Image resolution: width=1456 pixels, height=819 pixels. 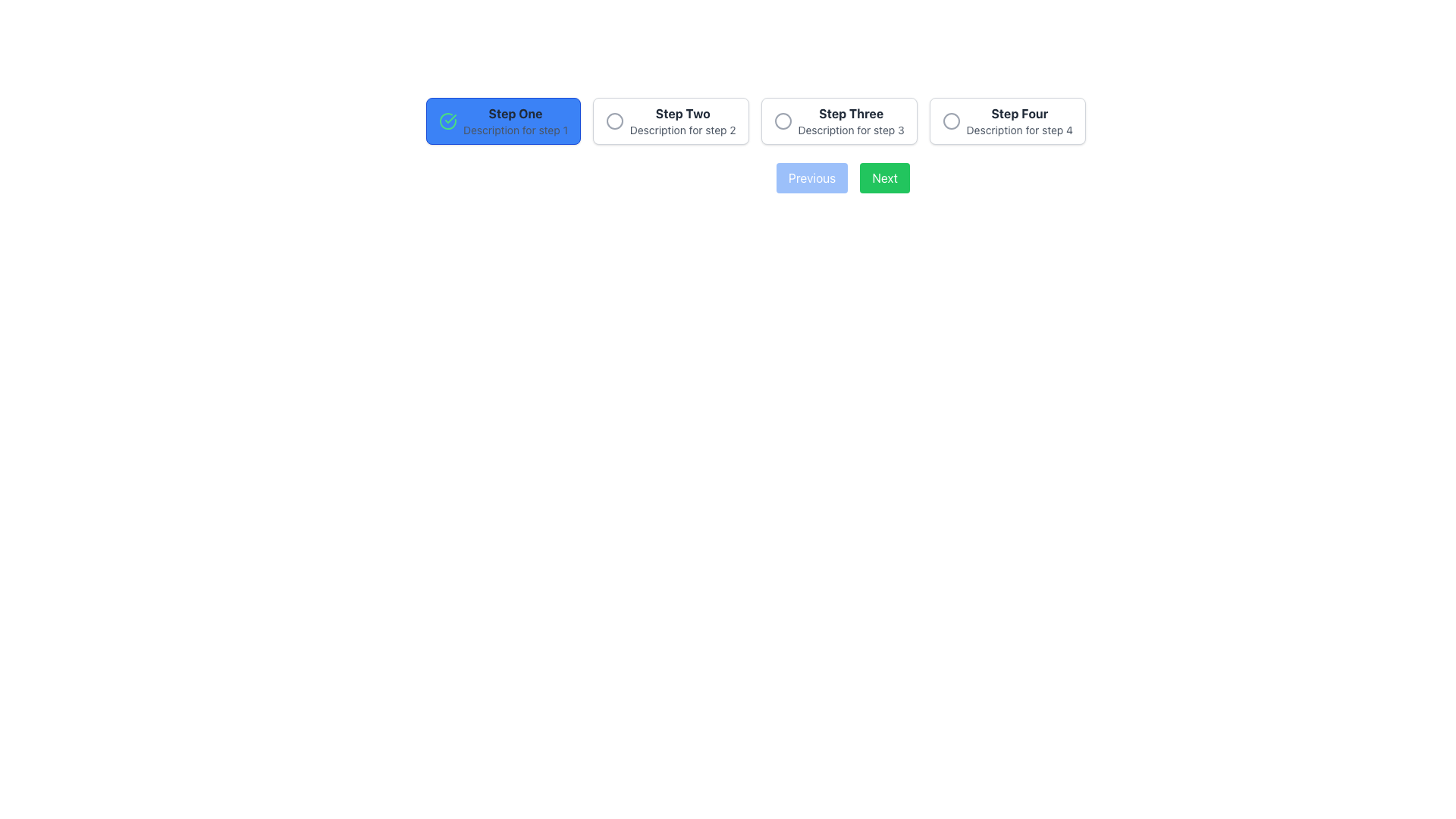 What do you see at coordinates (503, 120) in the screenshot?
I see `the first button in the horizontal step navigator` at bounding box center [503, 120].